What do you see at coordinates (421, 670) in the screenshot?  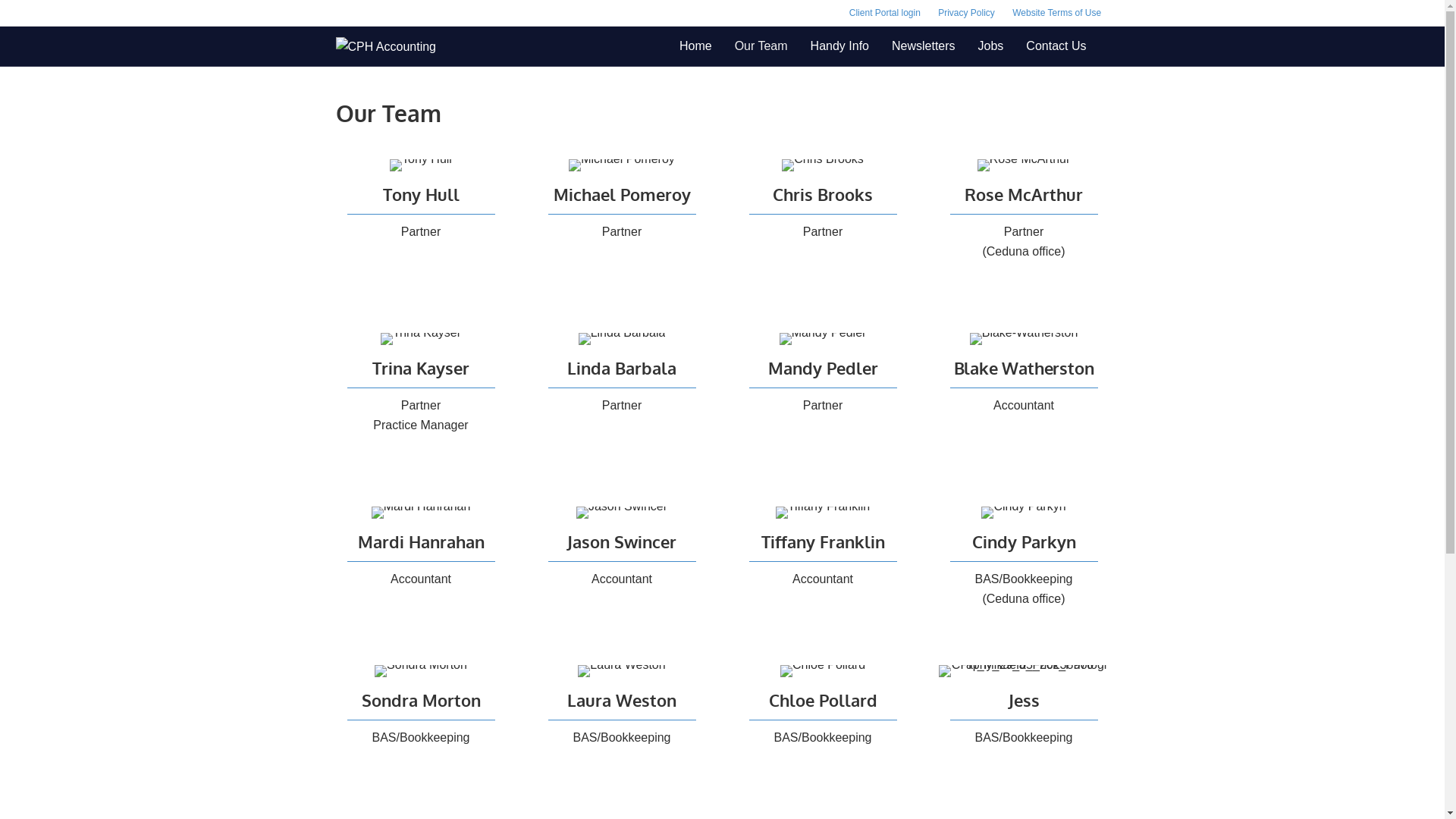 I see `'Sondra-Morton'` at bounding box center [421, 670].